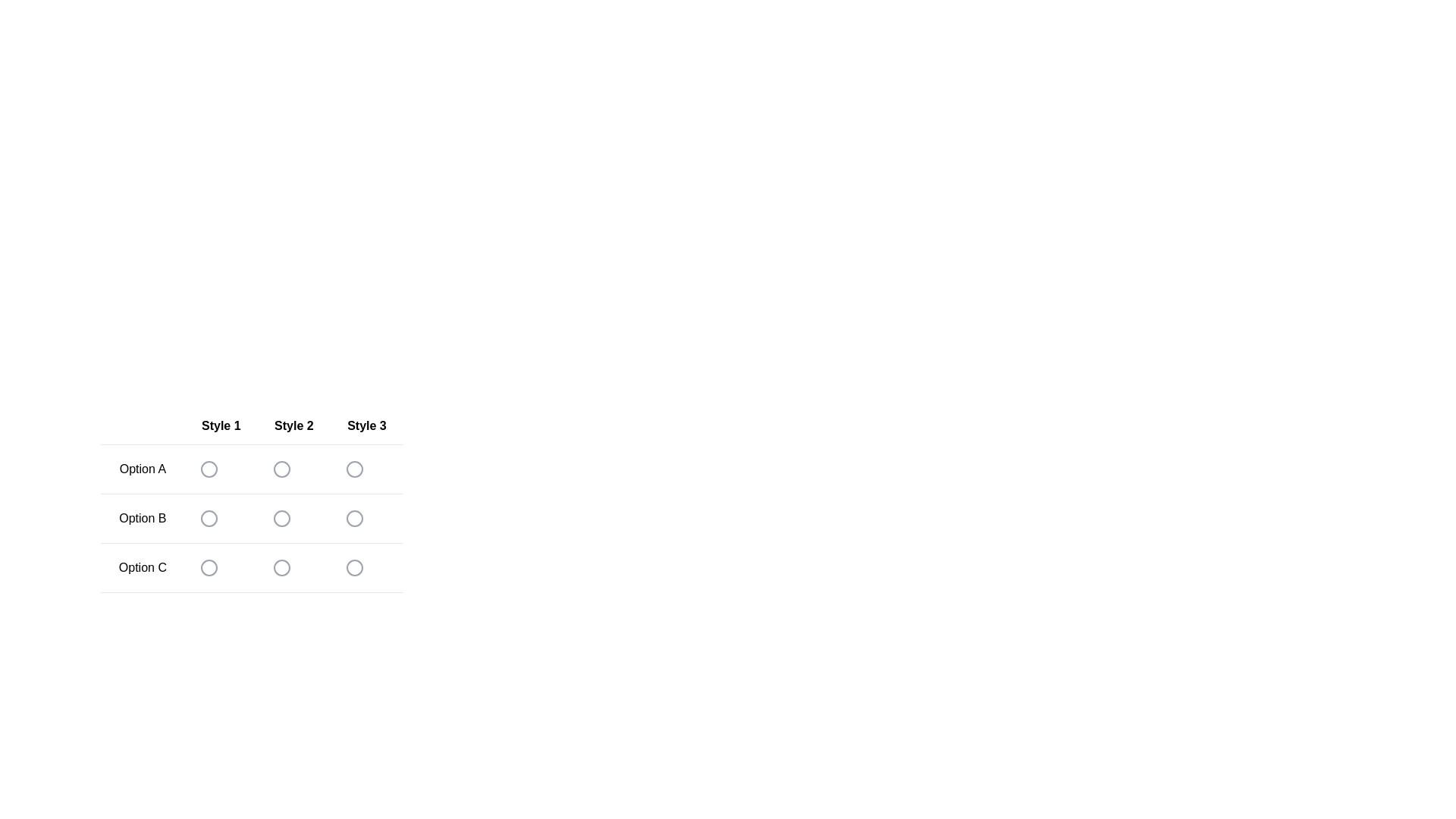  What do you see at coordinates (281, 468) in the screenshot?
I see `the radio button for 'Option A' in the first row and second column under the 'Style 2' header` at bounding box center [281, 468].